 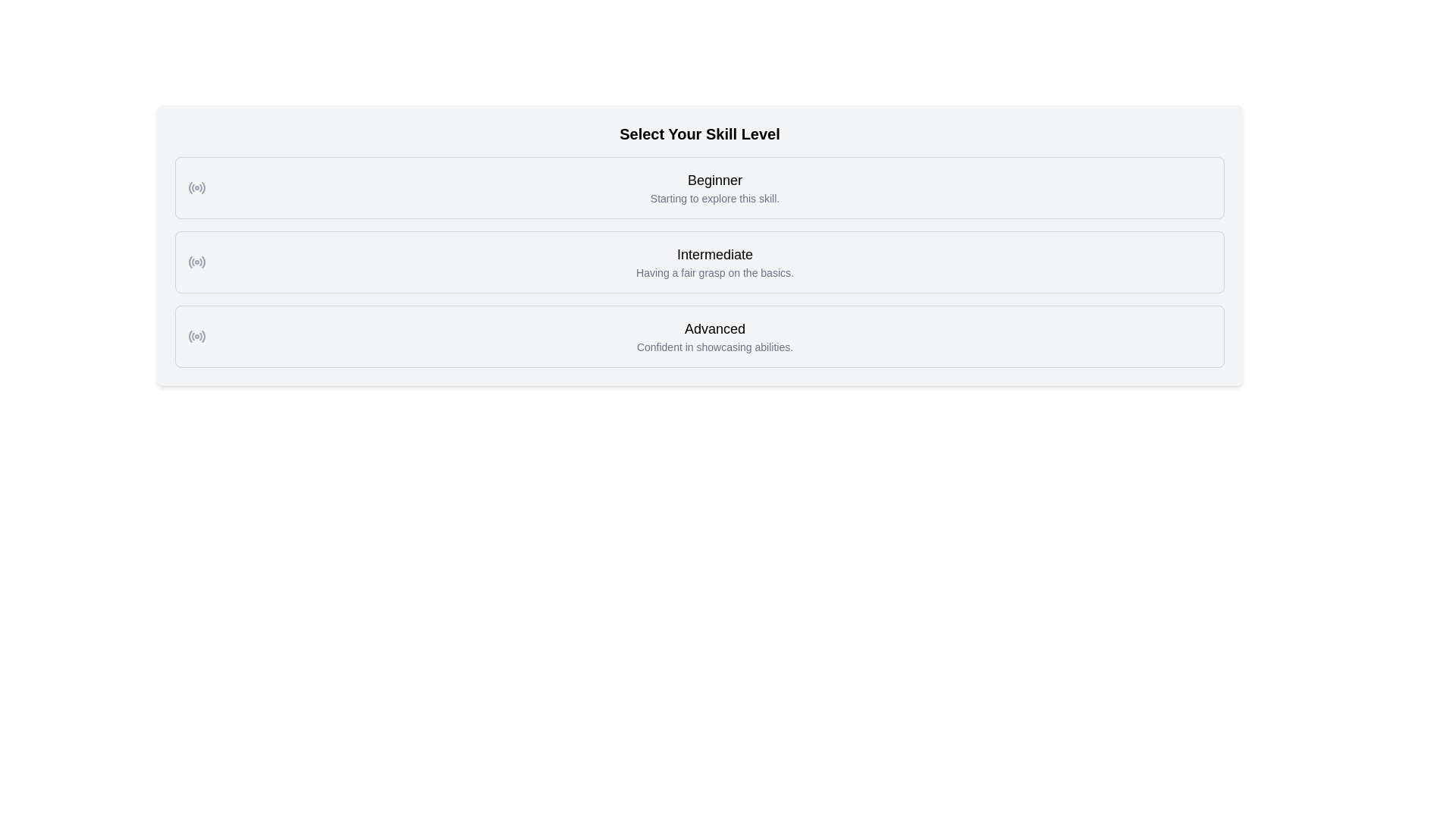 I want to click on the gray circular radio button icon located to the left of the text 'Intermediate', so click(x=196, y=262).